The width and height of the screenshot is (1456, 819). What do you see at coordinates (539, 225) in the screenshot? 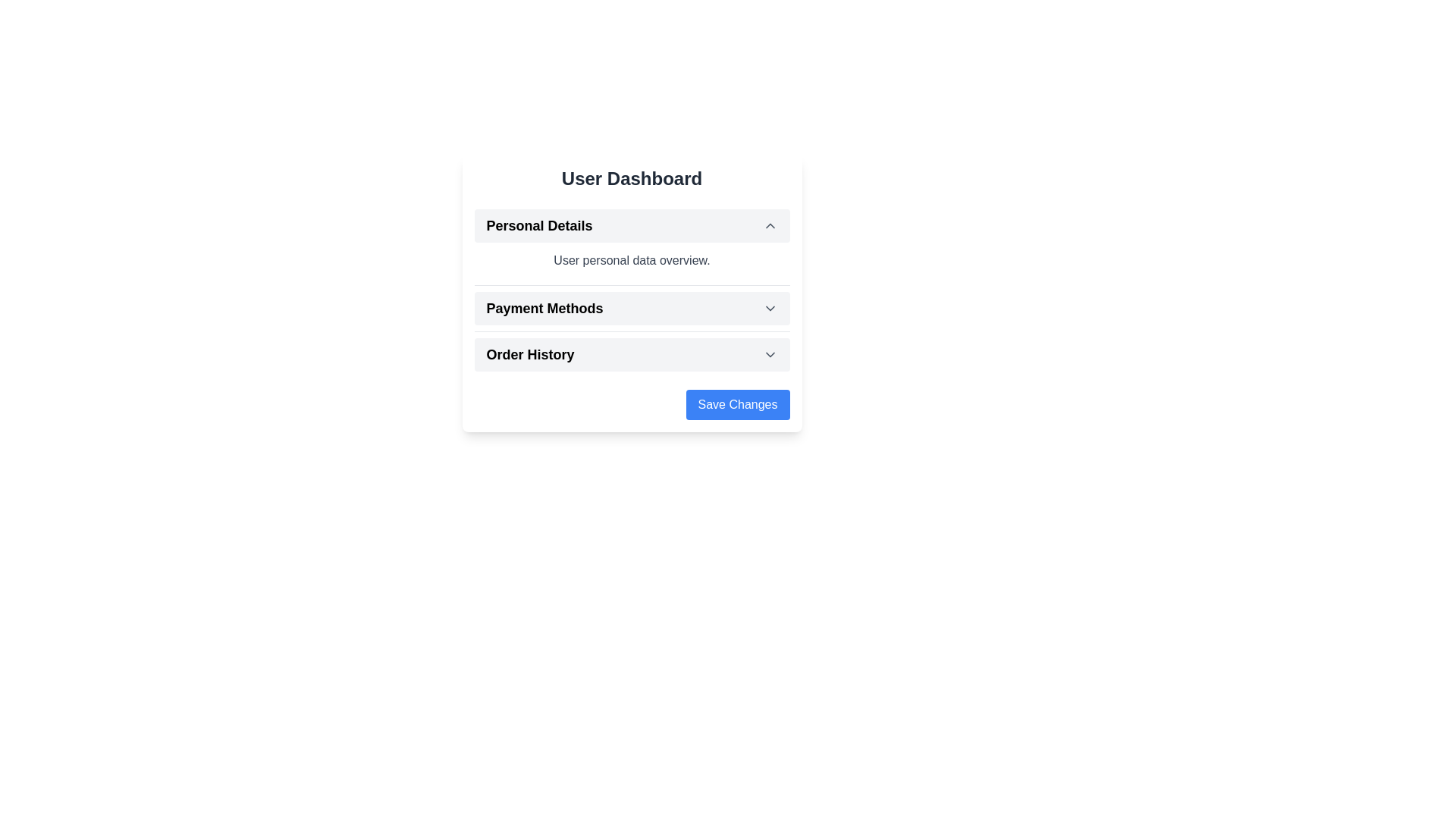
I see `the 'Personal Details' text label element styled with a bold font, located at the left of the header block for the 'Personal Details' section` at bounding box center [539, 225].